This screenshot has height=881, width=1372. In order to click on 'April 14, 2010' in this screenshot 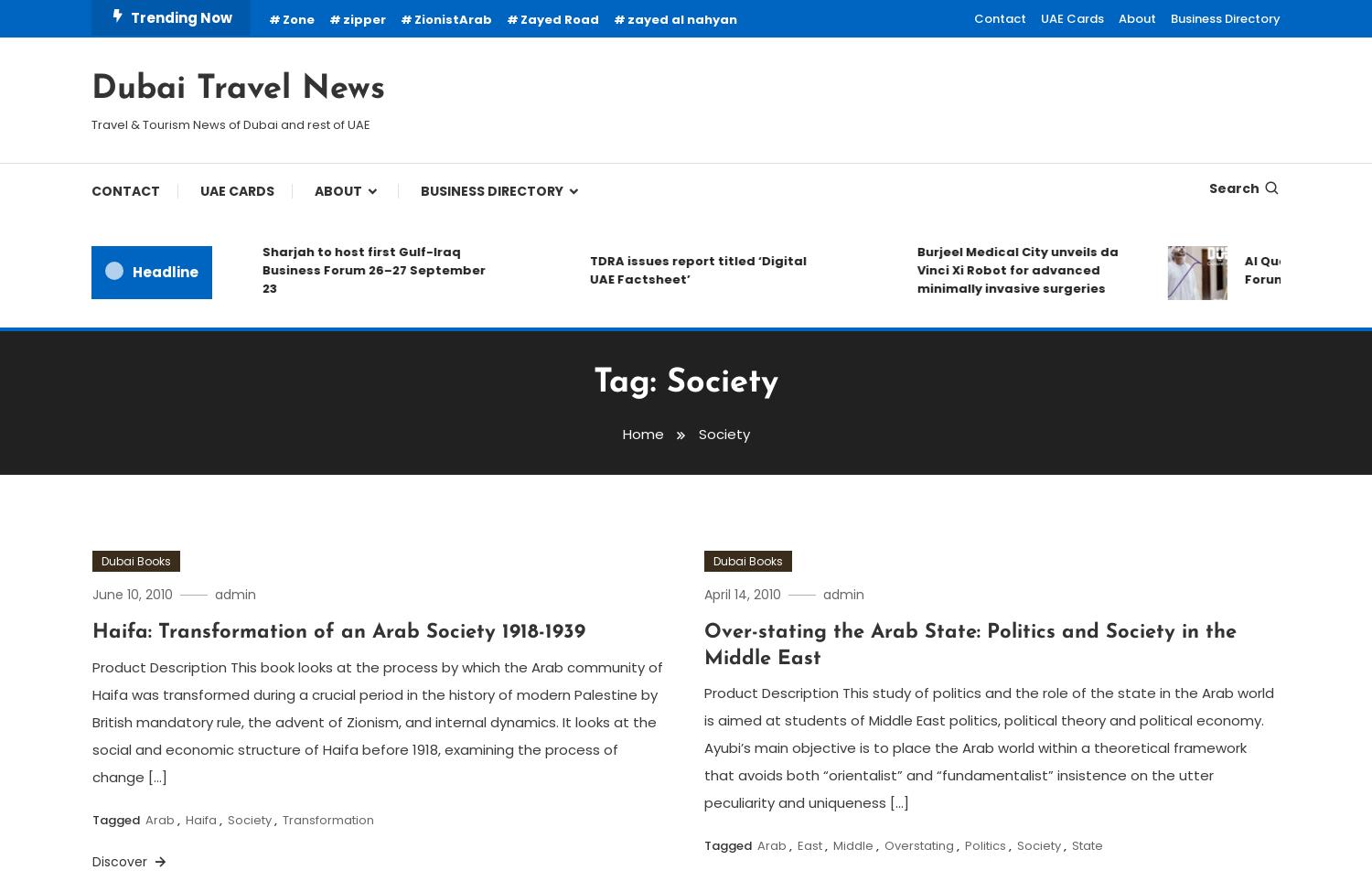, I will do `click(703, 592)`.